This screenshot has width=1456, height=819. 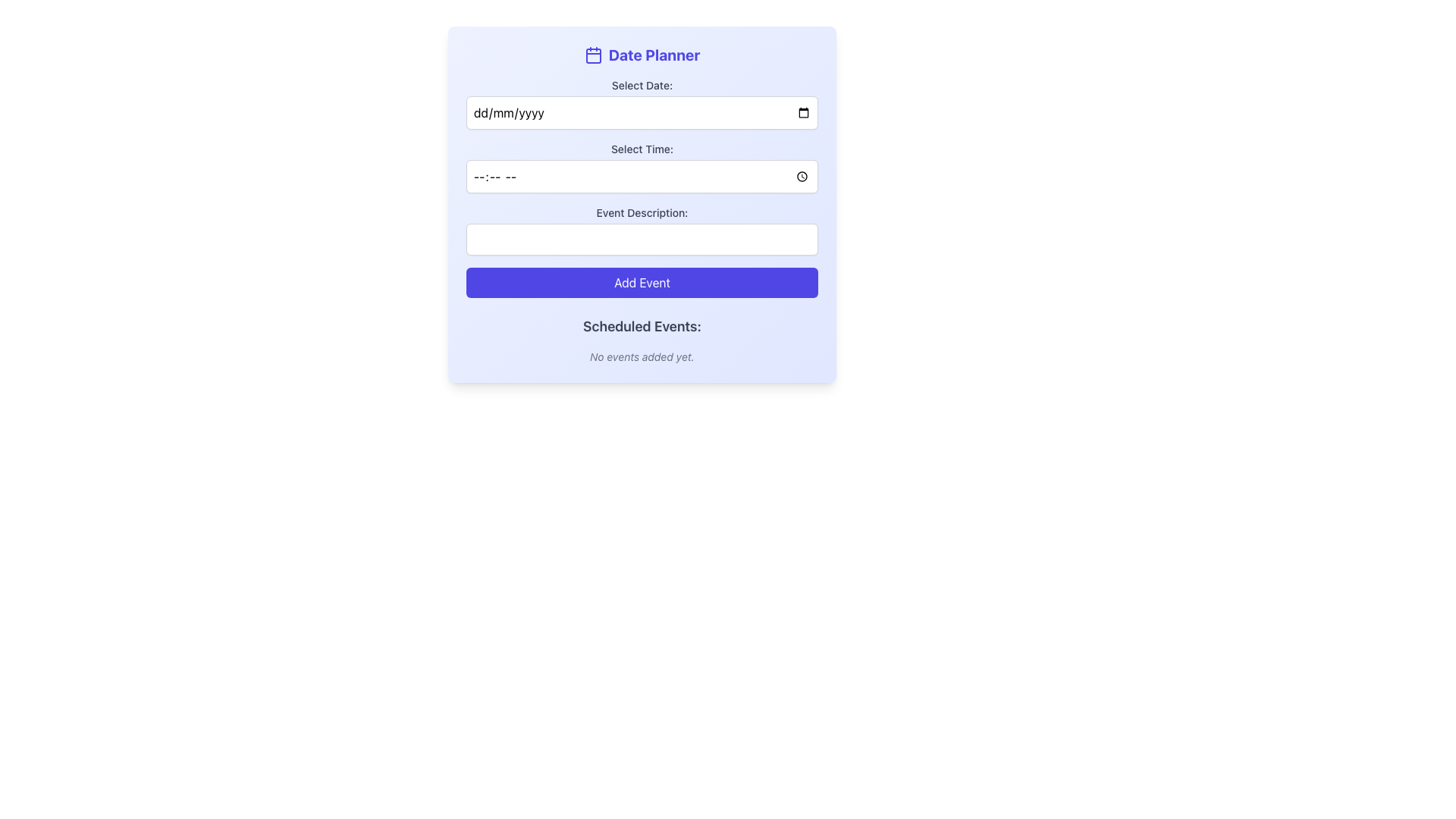 I want to click on a date from the calendar picker by clicking on the Date Input Field located below the label 'Select Date:' in the top section of the UI, so click(x=642, y=112).